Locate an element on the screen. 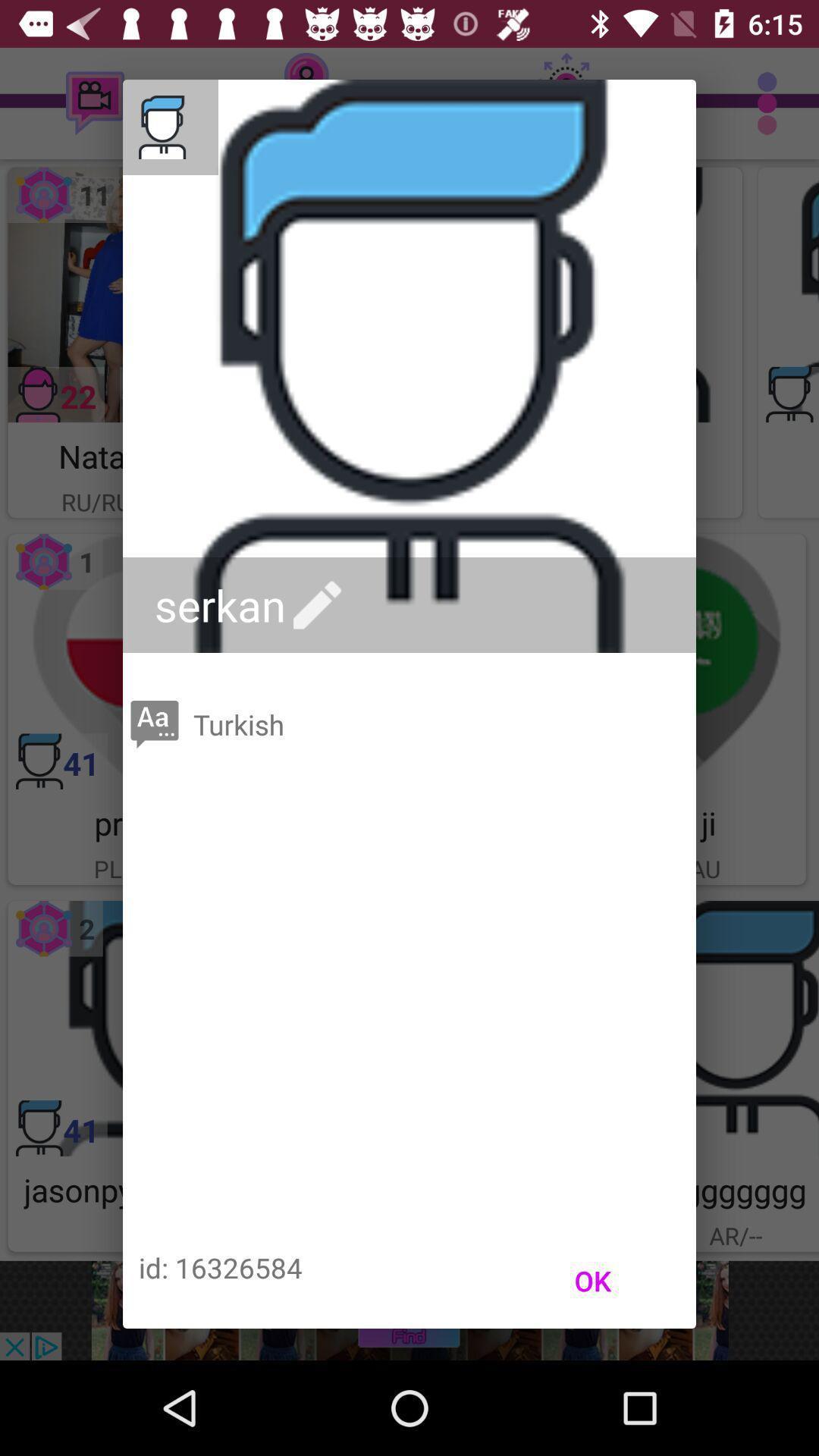 The image size is (819, 1456). item next to the id: 16326584 is located at coordinates (591, 1280).